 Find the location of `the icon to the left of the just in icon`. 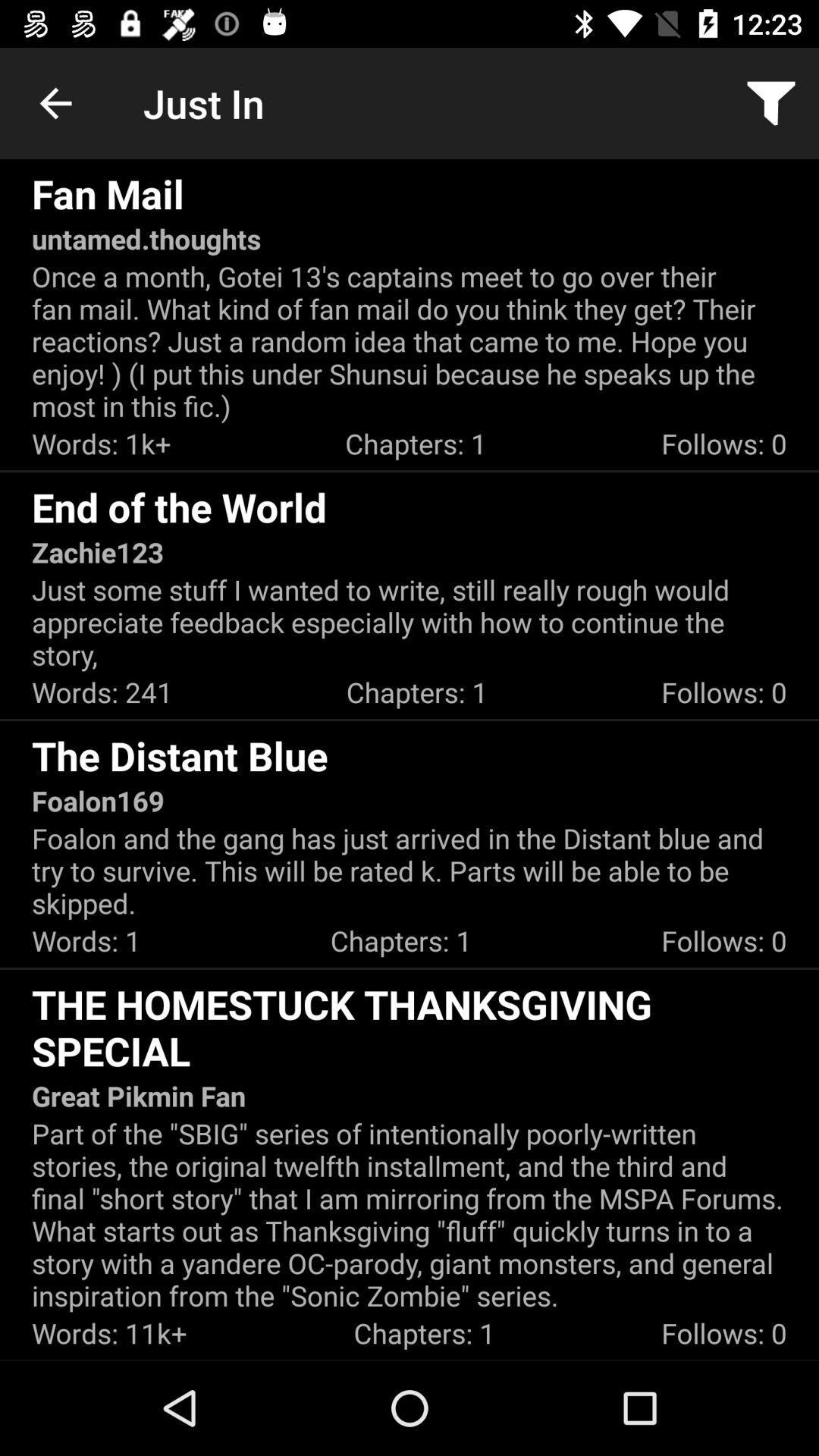

the icon to the left of the just in icon is located at coordinates (55, 102).